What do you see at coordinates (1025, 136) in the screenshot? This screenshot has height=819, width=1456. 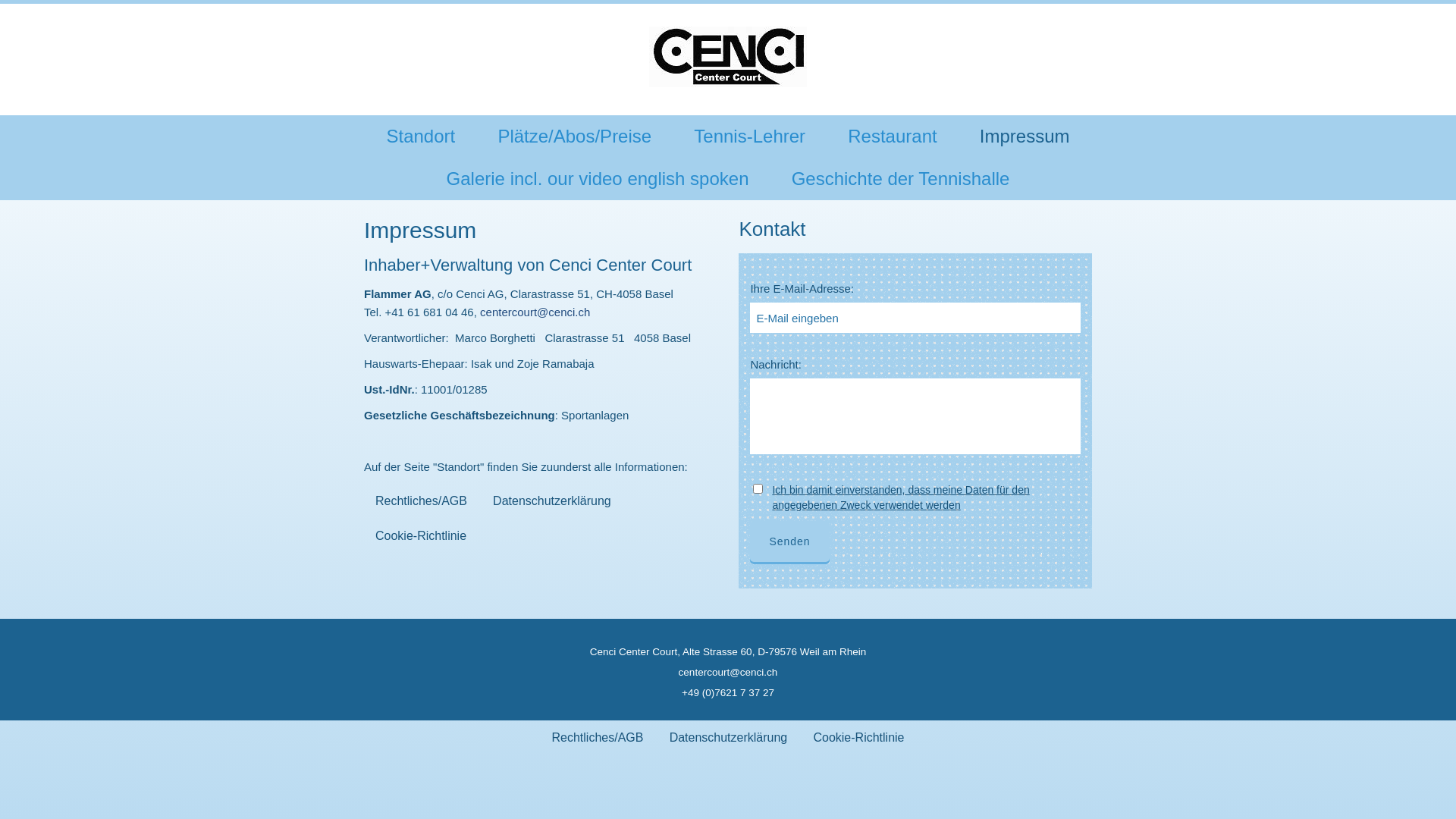 I see `'Impressum'` at bounding box center [1025, 136].